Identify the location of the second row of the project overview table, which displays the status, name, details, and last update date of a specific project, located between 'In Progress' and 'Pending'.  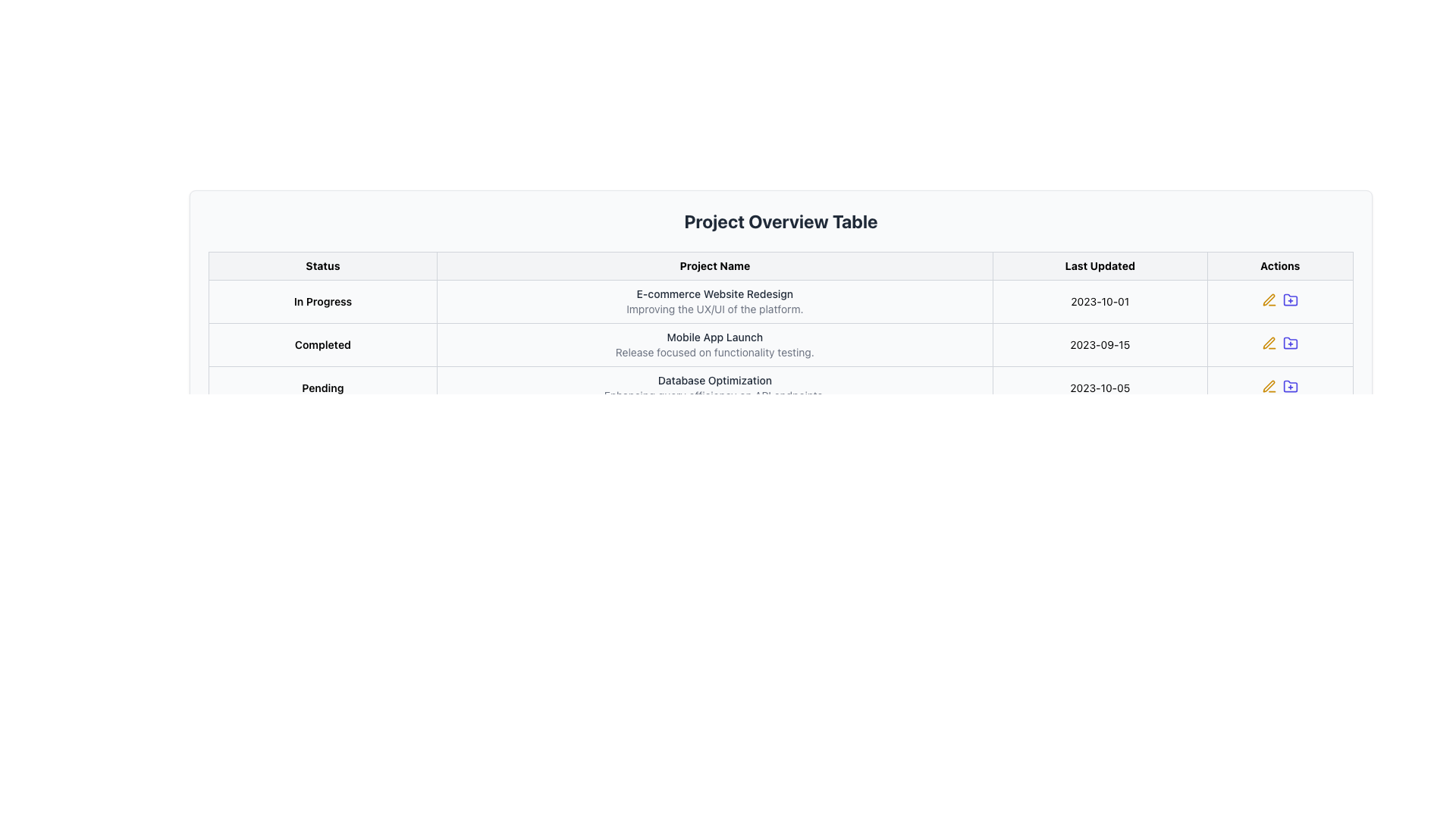
(781, 345).